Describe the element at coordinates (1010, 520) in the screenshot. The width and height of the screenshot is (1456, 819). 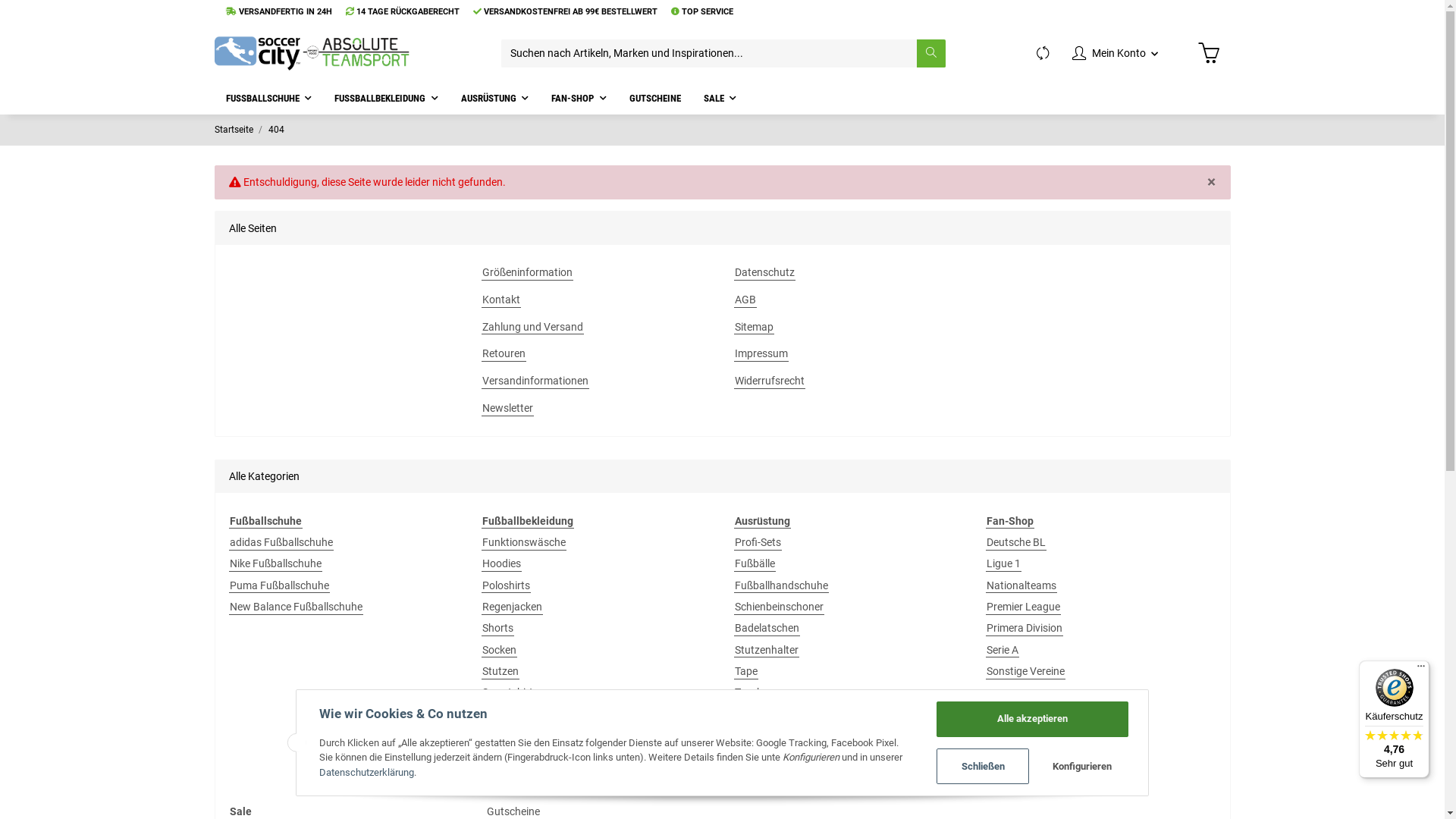
I see `'Fan-Shop'` at that location.